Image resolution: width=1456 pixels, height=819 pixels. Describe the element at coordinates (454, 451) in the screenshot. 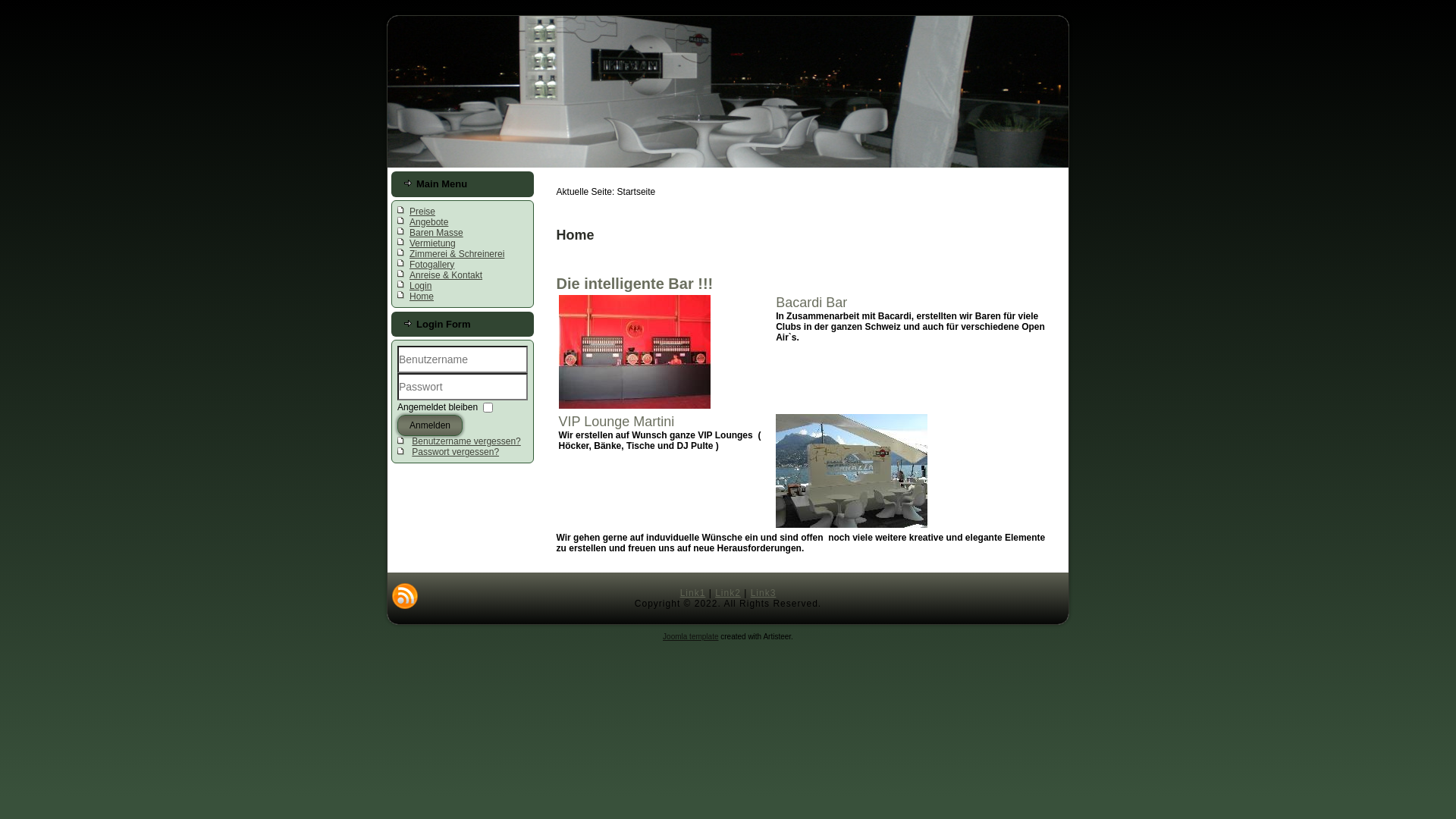

I see `'Passwort vergessen?'` at that location.